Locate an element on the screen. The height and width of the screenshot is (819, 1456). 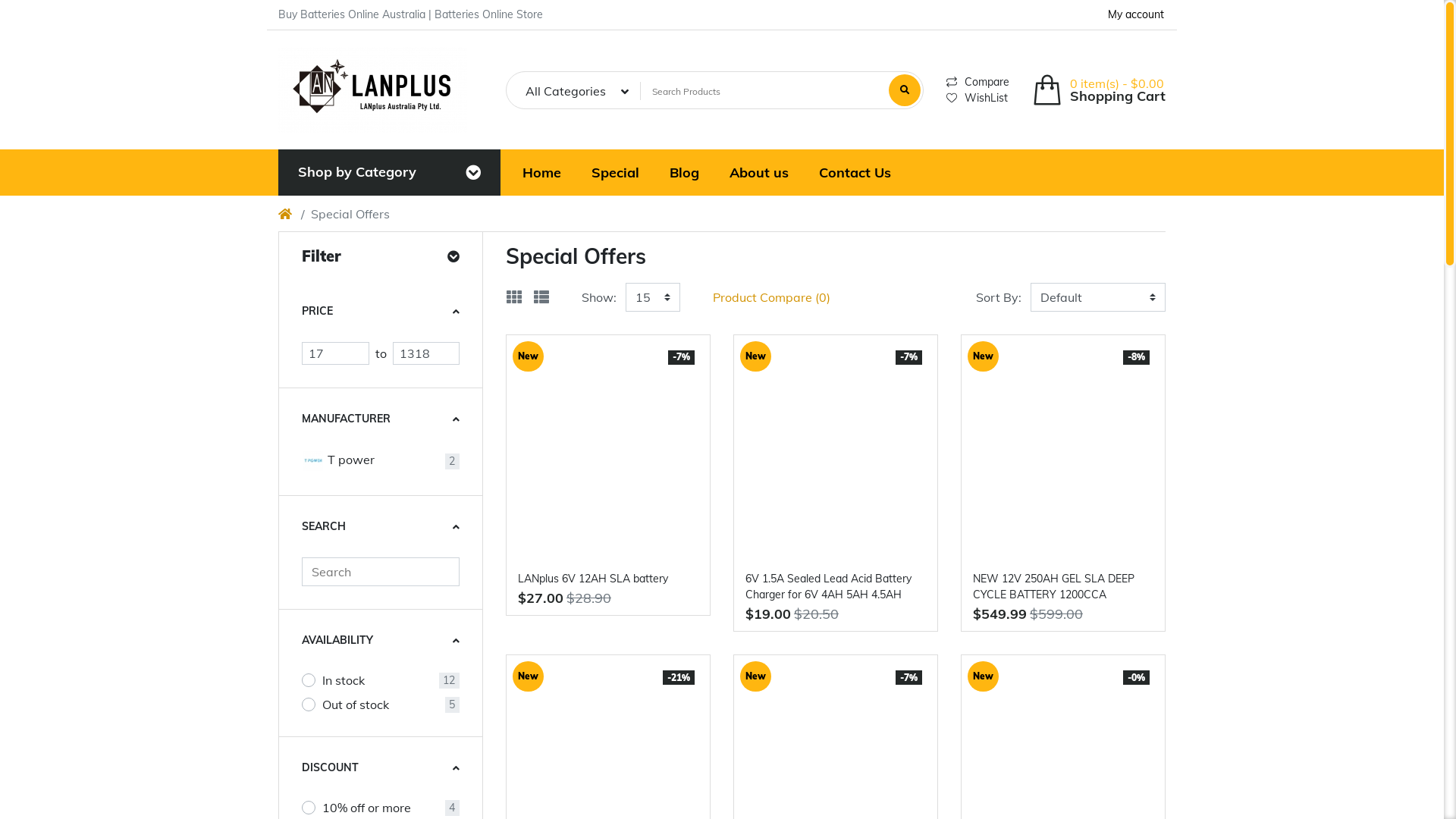
'Product Compare (0)' is located at coordinates (771, 297).